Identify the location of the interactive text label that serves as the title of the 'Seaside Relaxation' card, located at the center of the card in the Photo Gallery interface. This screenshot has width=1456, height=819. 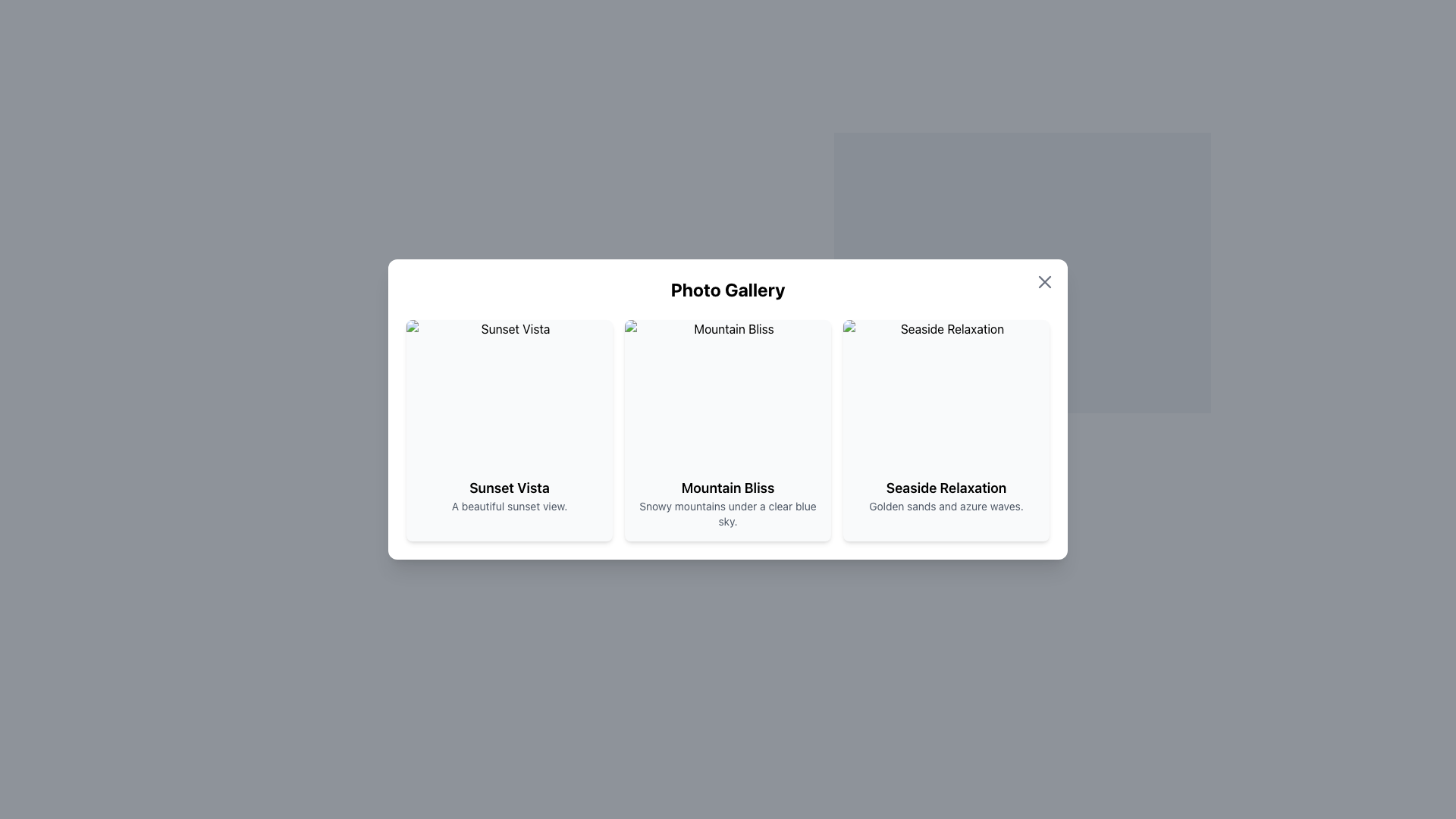
(946, 488).